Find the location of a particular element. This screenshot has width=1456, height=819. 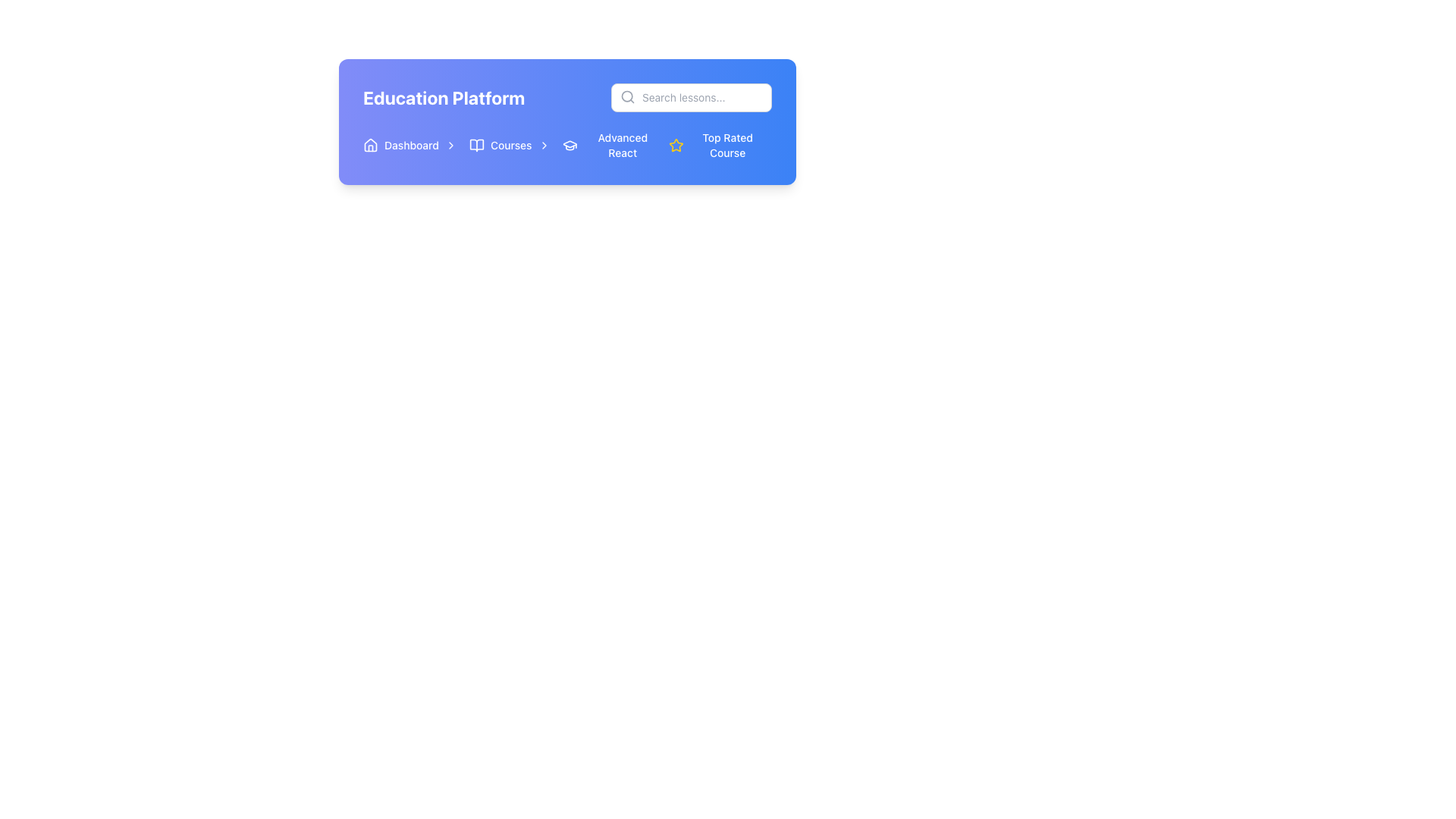

the 'Dashboard' text label hyperlink is located at coordinates (411, 146).